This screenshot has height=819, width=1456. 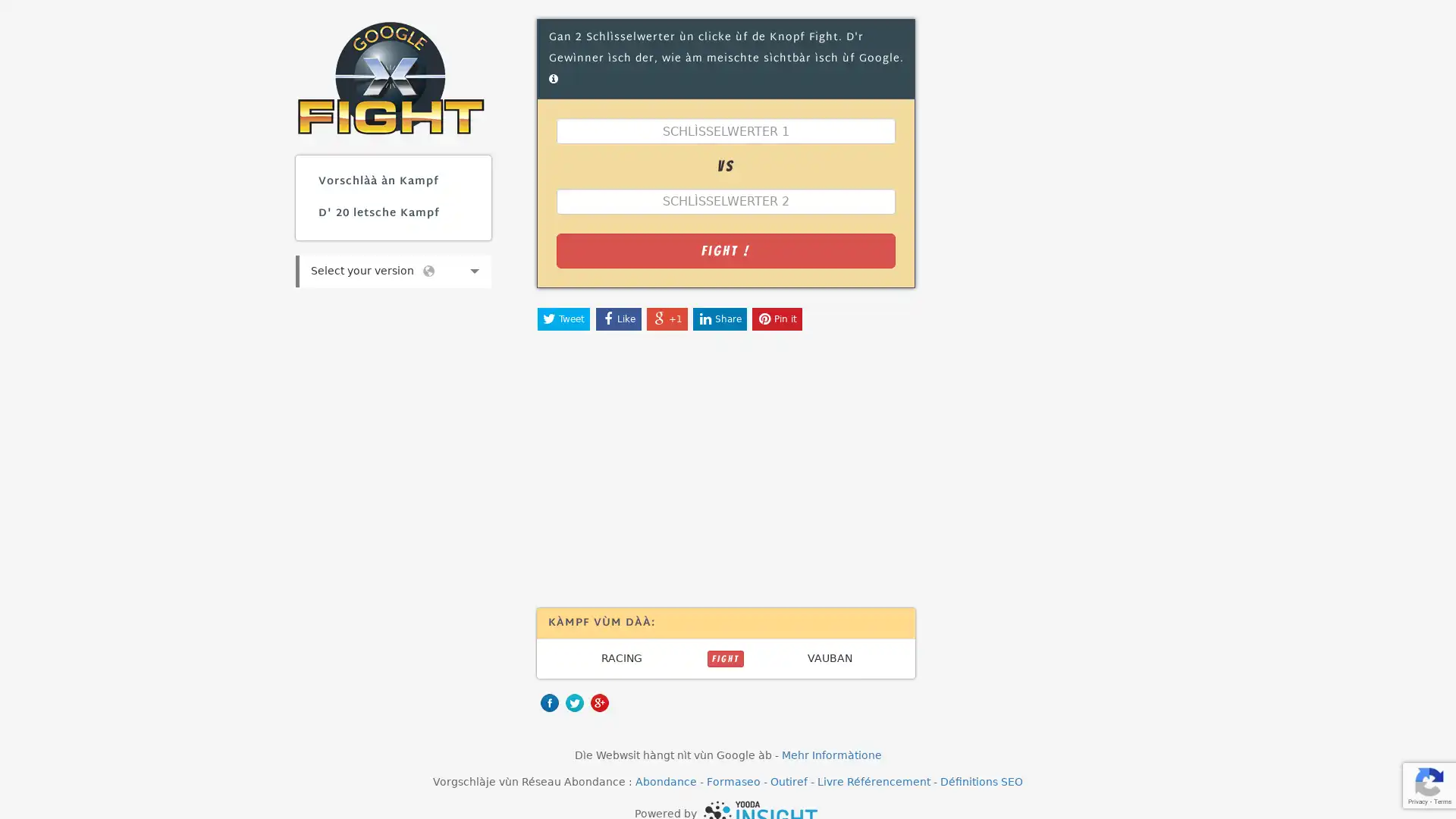 What do you see at coordinates (724, 249) in the screenshot?
I see `Fight !` at bounding box center [724, 249].